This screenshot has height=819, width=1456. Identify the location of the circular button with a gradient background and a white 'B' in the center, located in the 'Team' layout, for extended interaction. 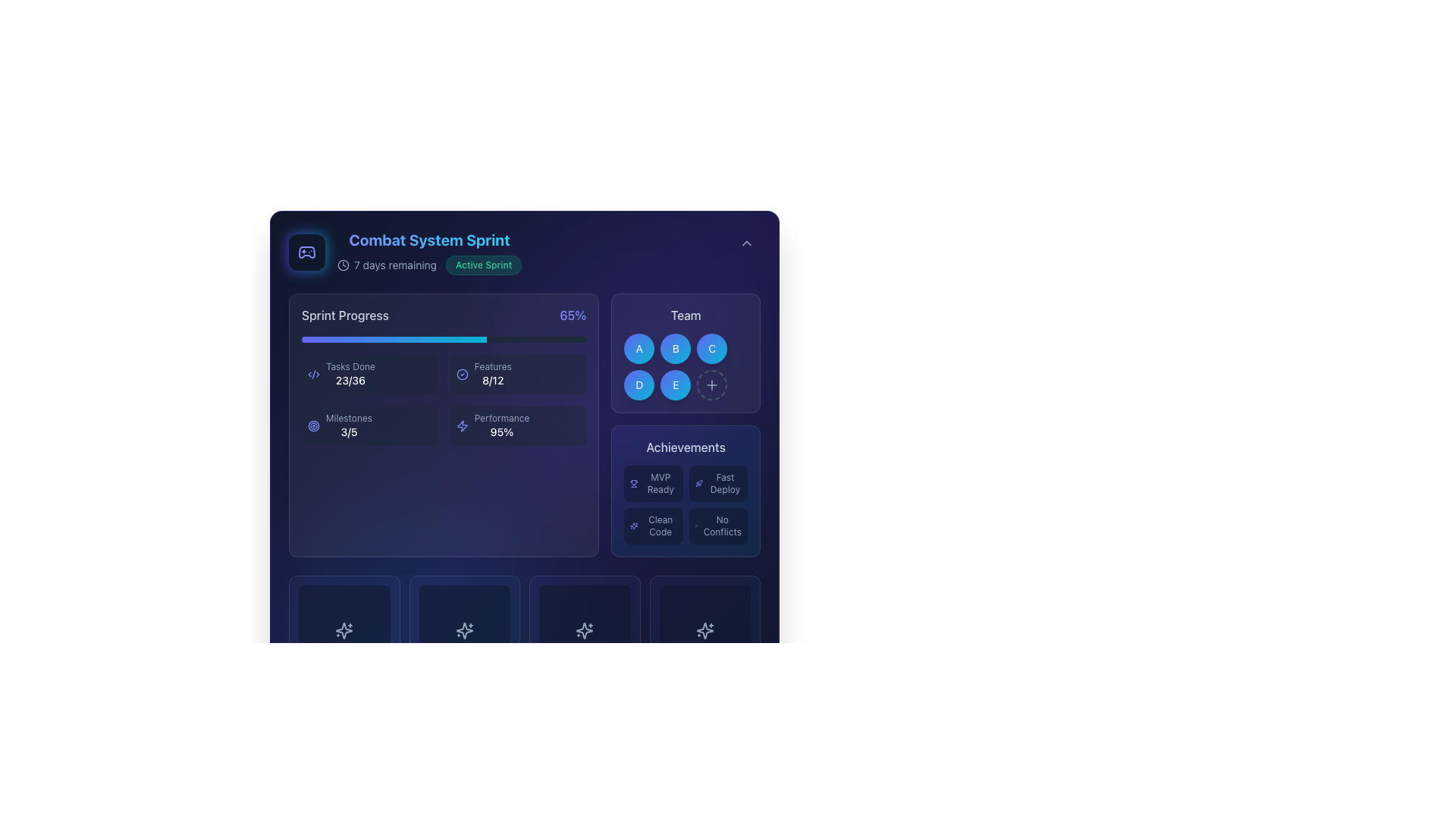
(685, 353).